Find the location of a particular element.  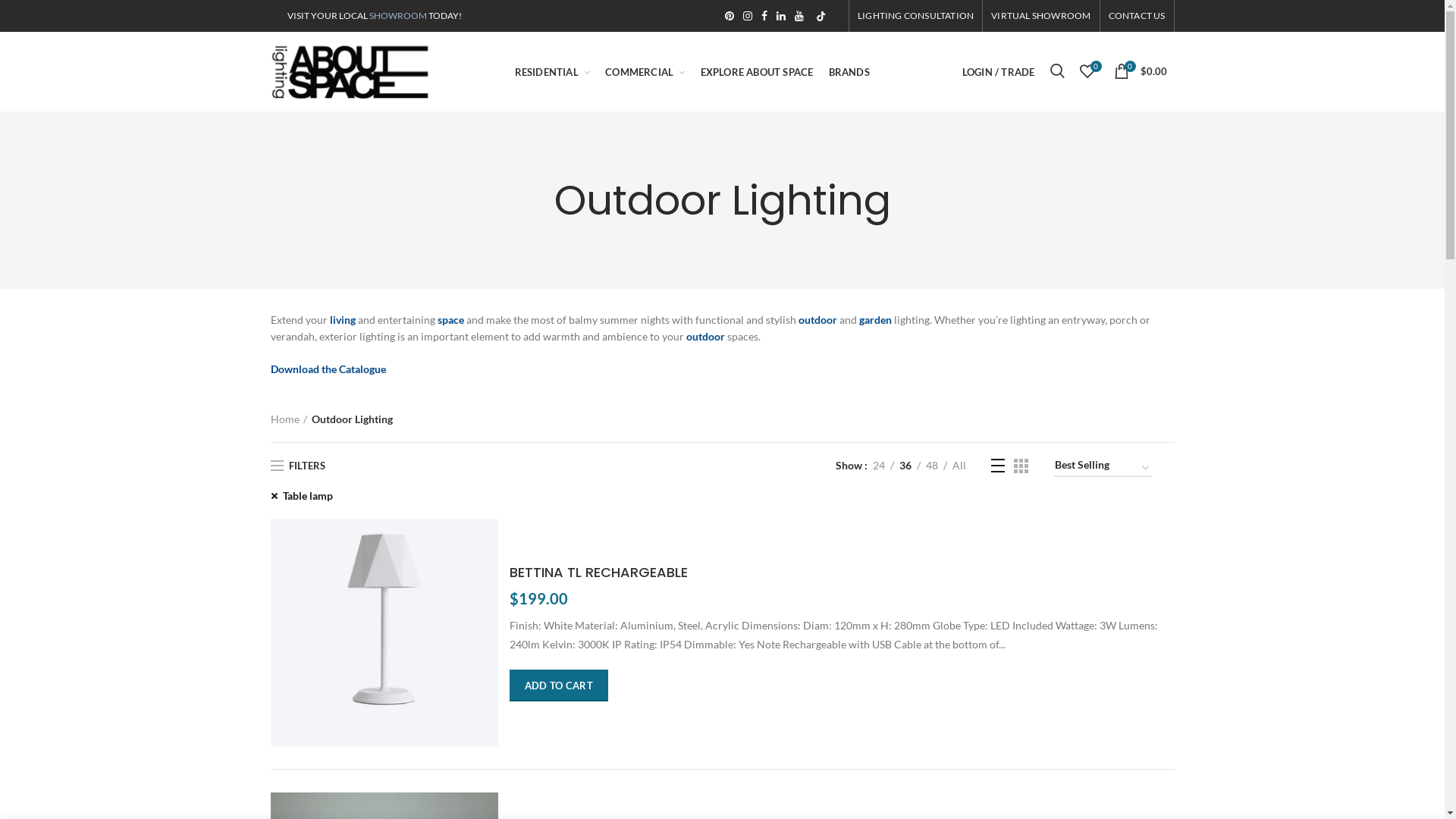

'Home' is located at coordinates (287, 419).